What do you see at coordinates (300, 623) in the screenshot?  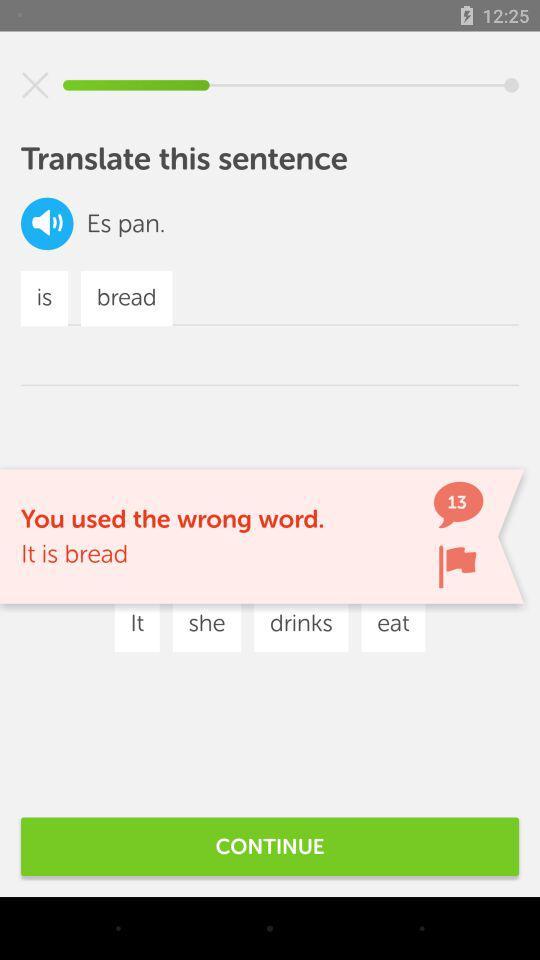 I see `icon to the left of the eat item` at bounding box center [300, 623].